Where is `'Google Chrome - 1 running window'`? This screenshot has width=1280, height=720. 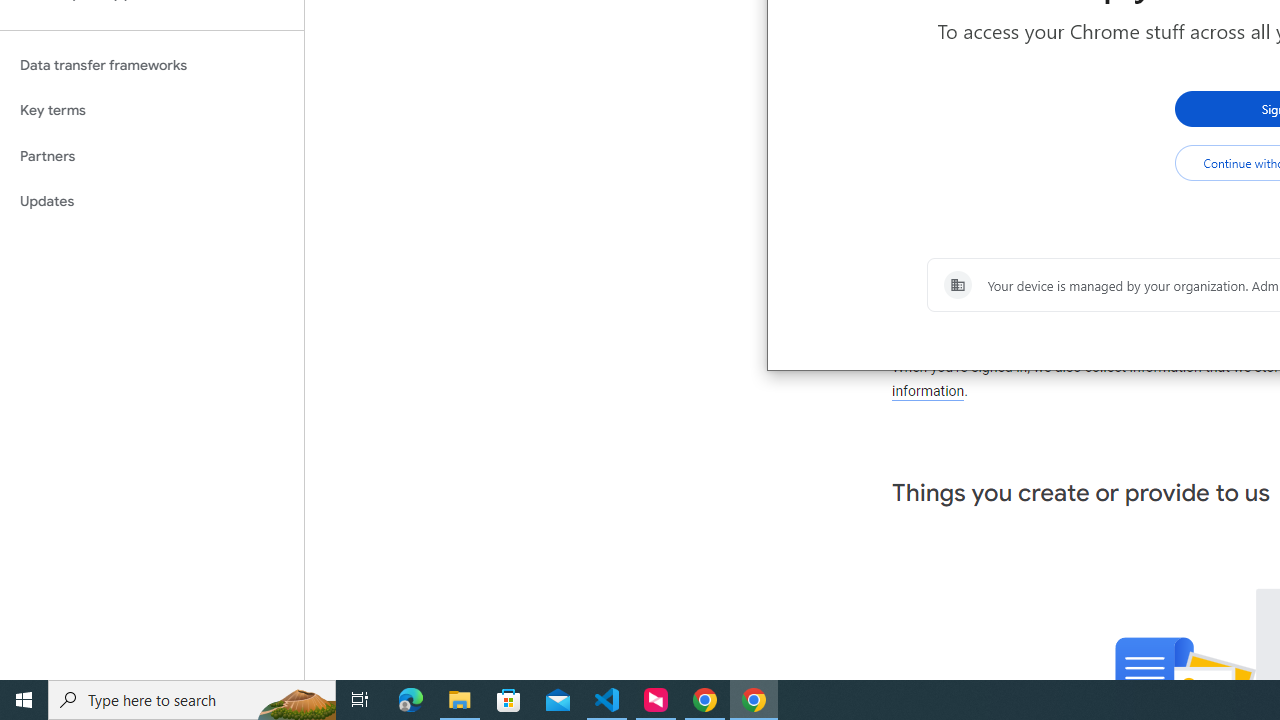 'Google Chrome - 1 running window' is located at coordinates (753, 698).